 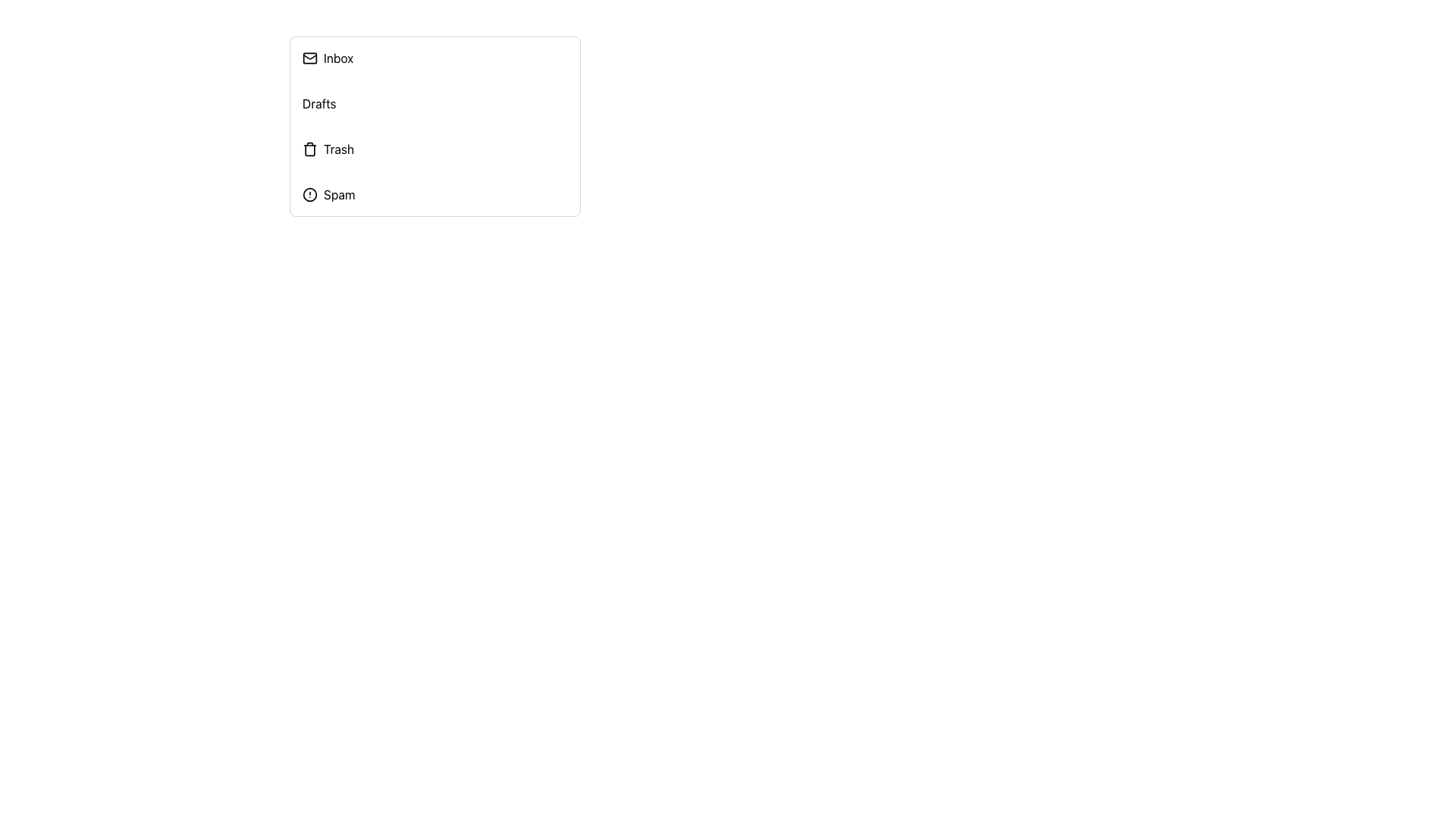 I want to click on the second item in the list, which serves as a navigation link to the 'Drafts' section, located below 'Inbox' and above 'Trash', so click(x=435, y=103).